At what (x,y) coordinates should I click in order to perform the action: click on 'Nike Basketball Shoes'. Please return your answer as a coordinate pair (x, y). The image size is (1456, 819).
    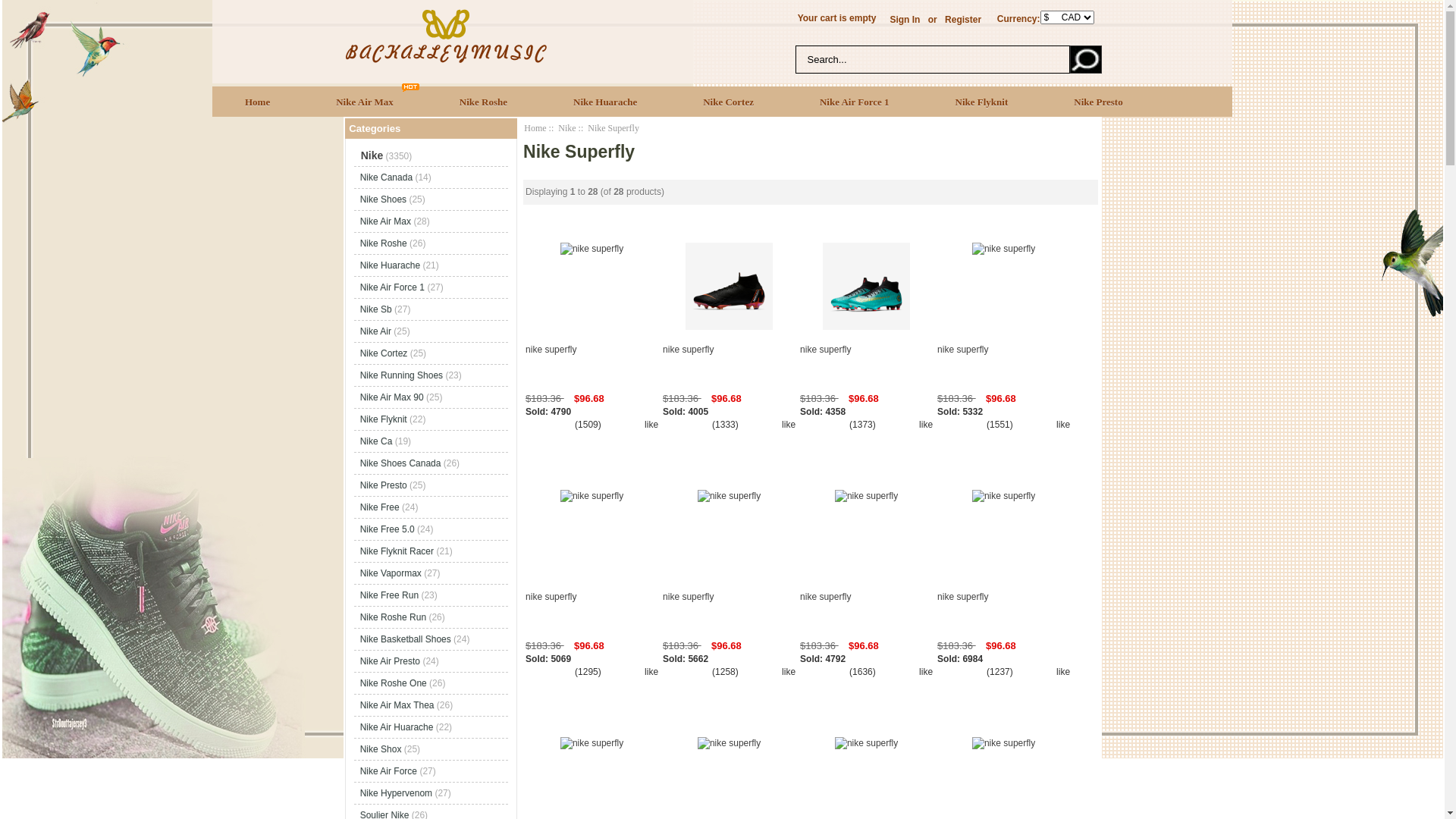
    Looking at the image, I should click on (405, 639).